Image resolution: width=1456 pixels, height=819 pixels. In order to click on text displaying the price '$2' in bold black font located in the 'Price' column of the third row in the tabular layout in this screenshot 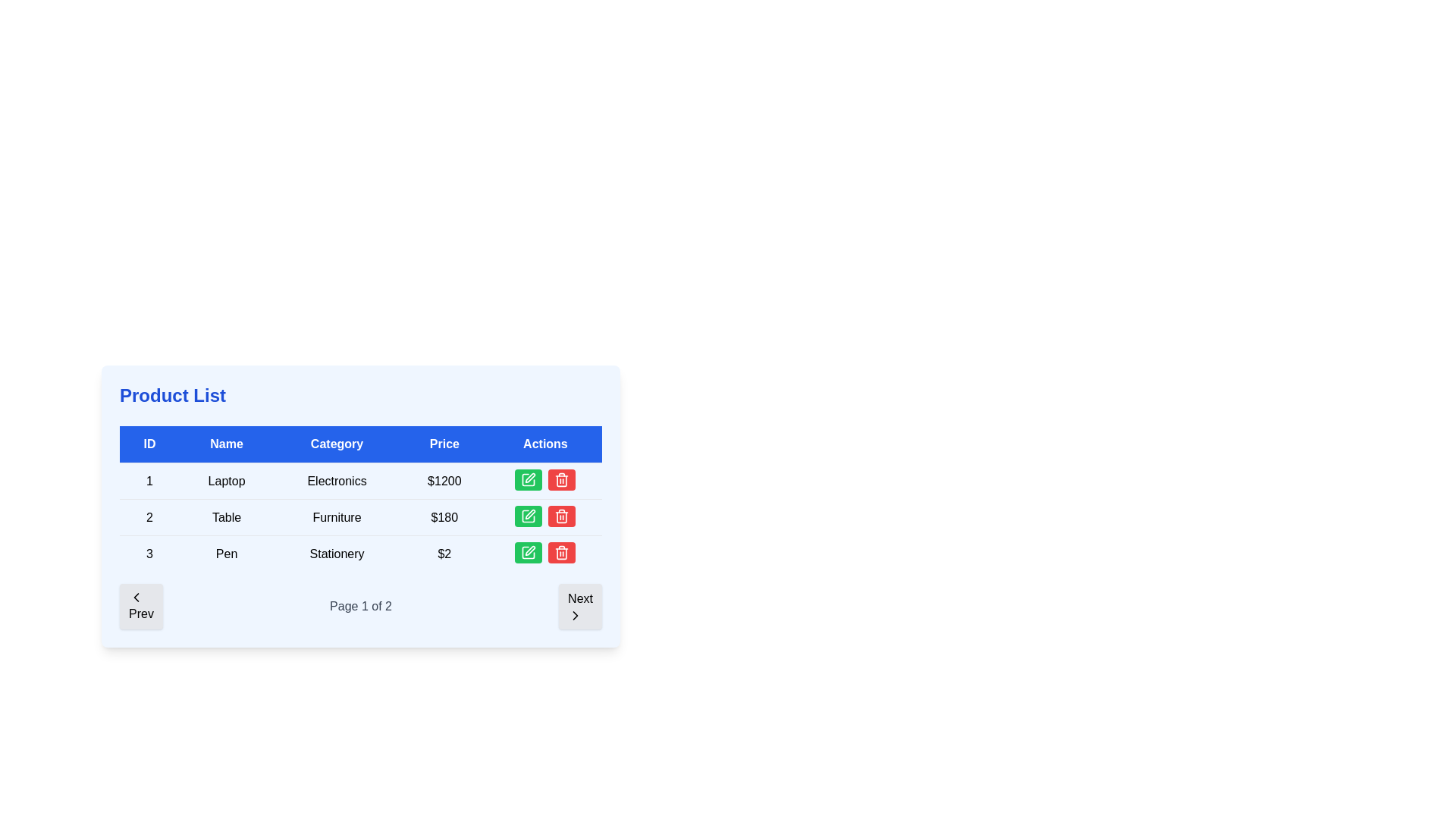, I will do `click(444, 554)`.